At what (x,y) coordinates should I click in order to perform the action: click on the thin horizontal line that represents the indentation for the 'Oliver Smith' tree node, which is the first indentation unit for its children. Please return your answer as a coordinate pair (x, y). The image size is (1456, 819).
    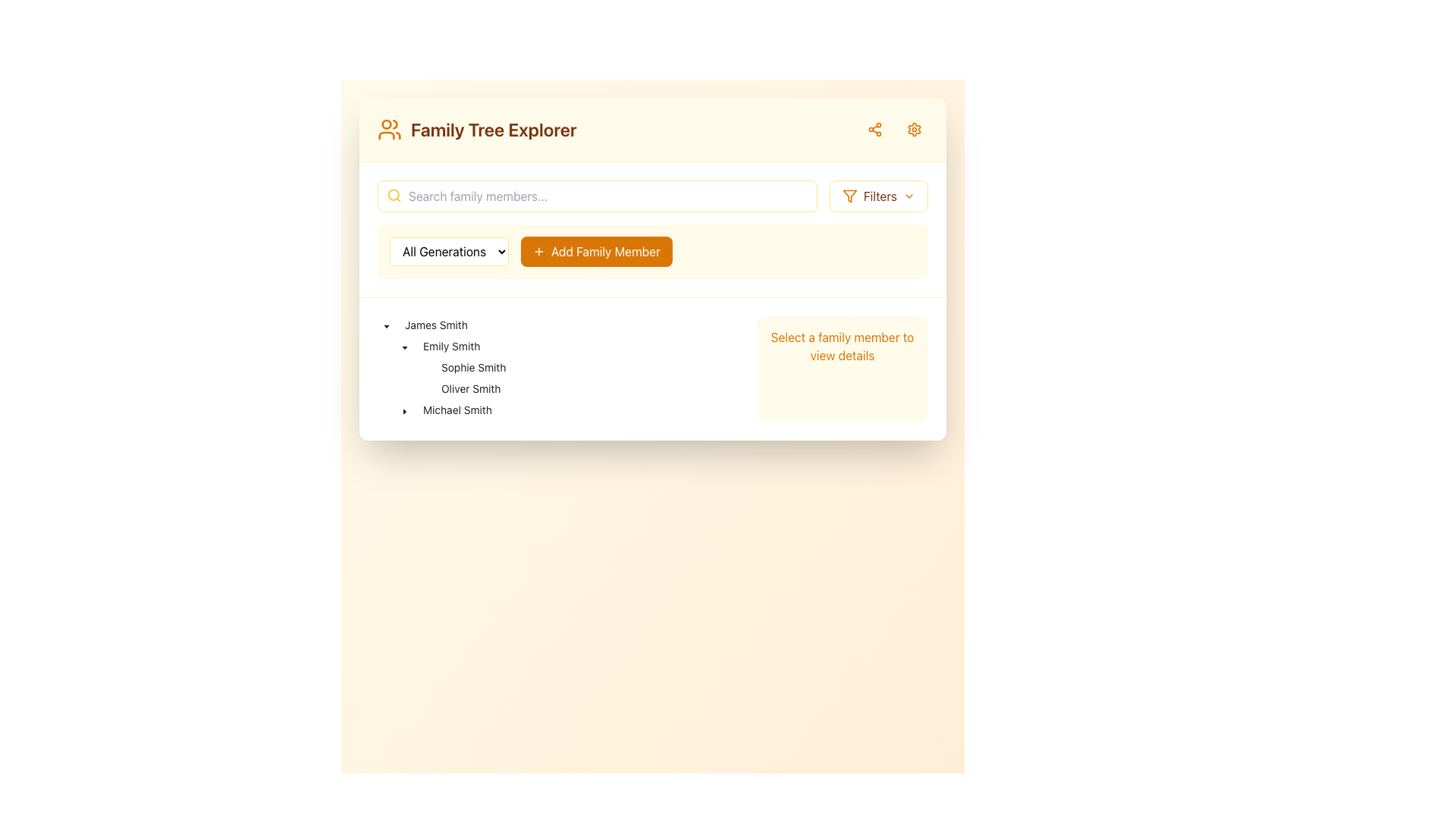
    Looking at the image, I should click on (396, 388).